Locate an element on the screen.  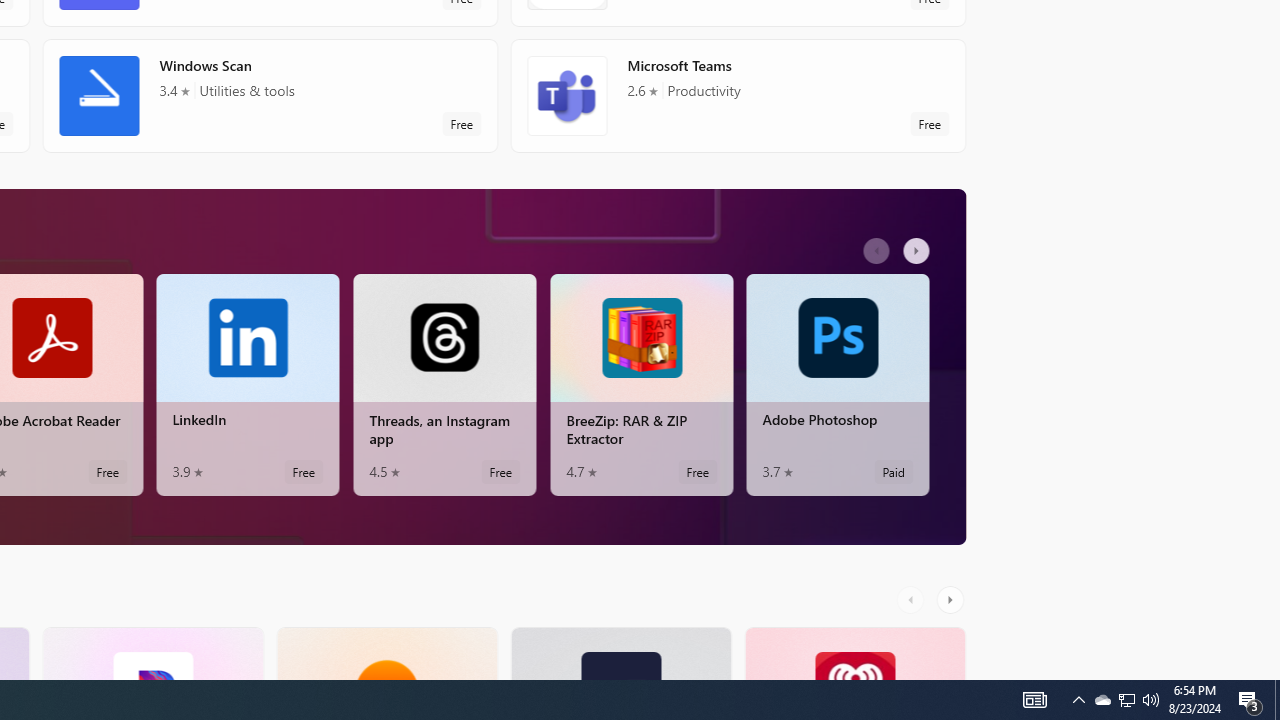
'LinkedIn. Average rating of 3.9 out of five stars. Free  ' is located at coordinates (246, 384).